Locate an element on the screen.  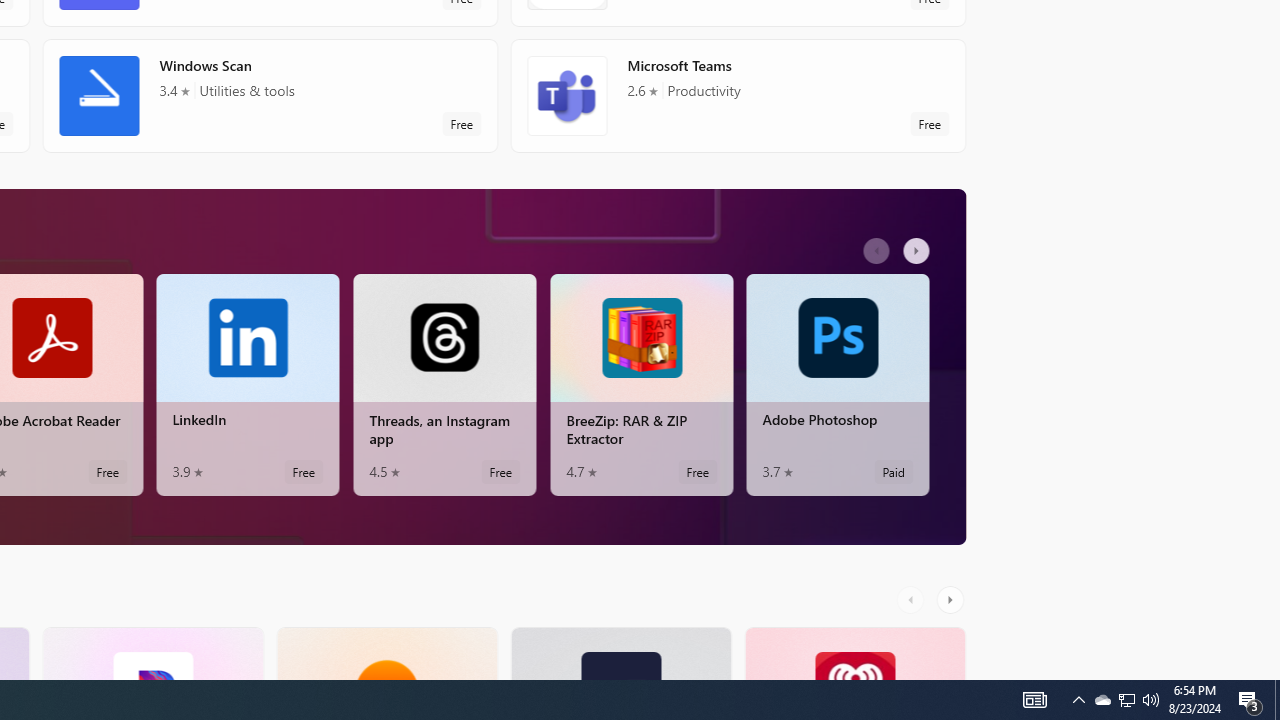
'LinkedIn. Average rating of 3.9 out of five stars. Free  ' is located at coordinates (246, 384).